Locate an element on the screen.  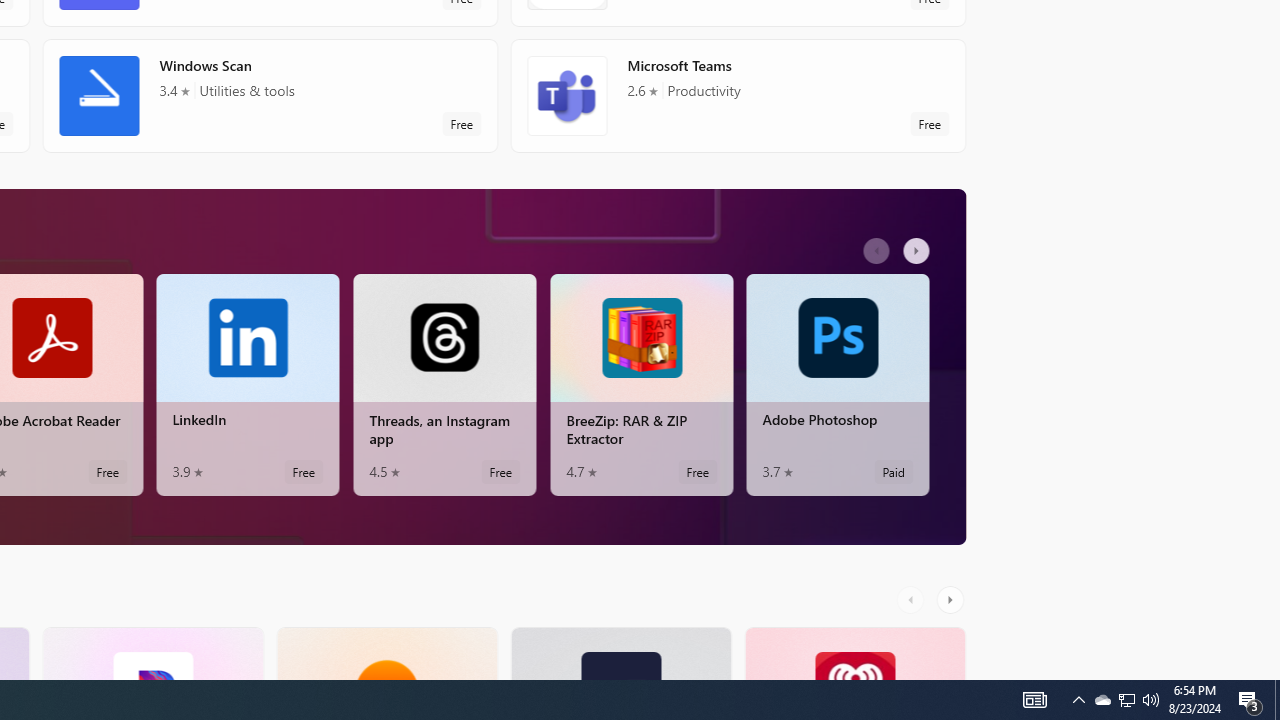
'LinkedIn. Average rating of 3.9 out of five stars. Free  ' is located at coordinates (246, 384).